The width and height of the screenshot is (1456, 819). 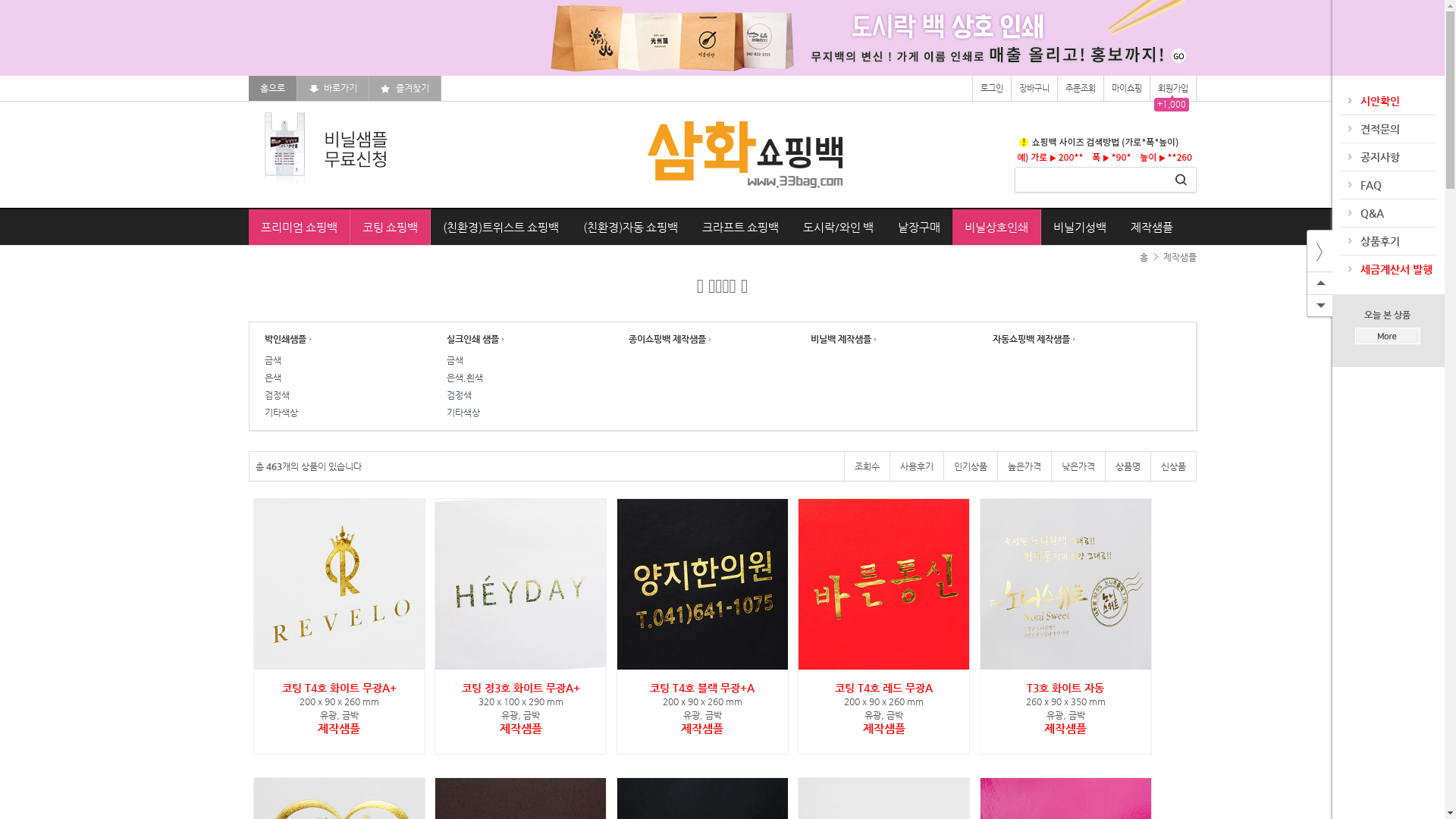 What do you see at coordinates (1370, 184) in the screenshot?
I see `'FAQ'` at bounding box center [1370, 184].